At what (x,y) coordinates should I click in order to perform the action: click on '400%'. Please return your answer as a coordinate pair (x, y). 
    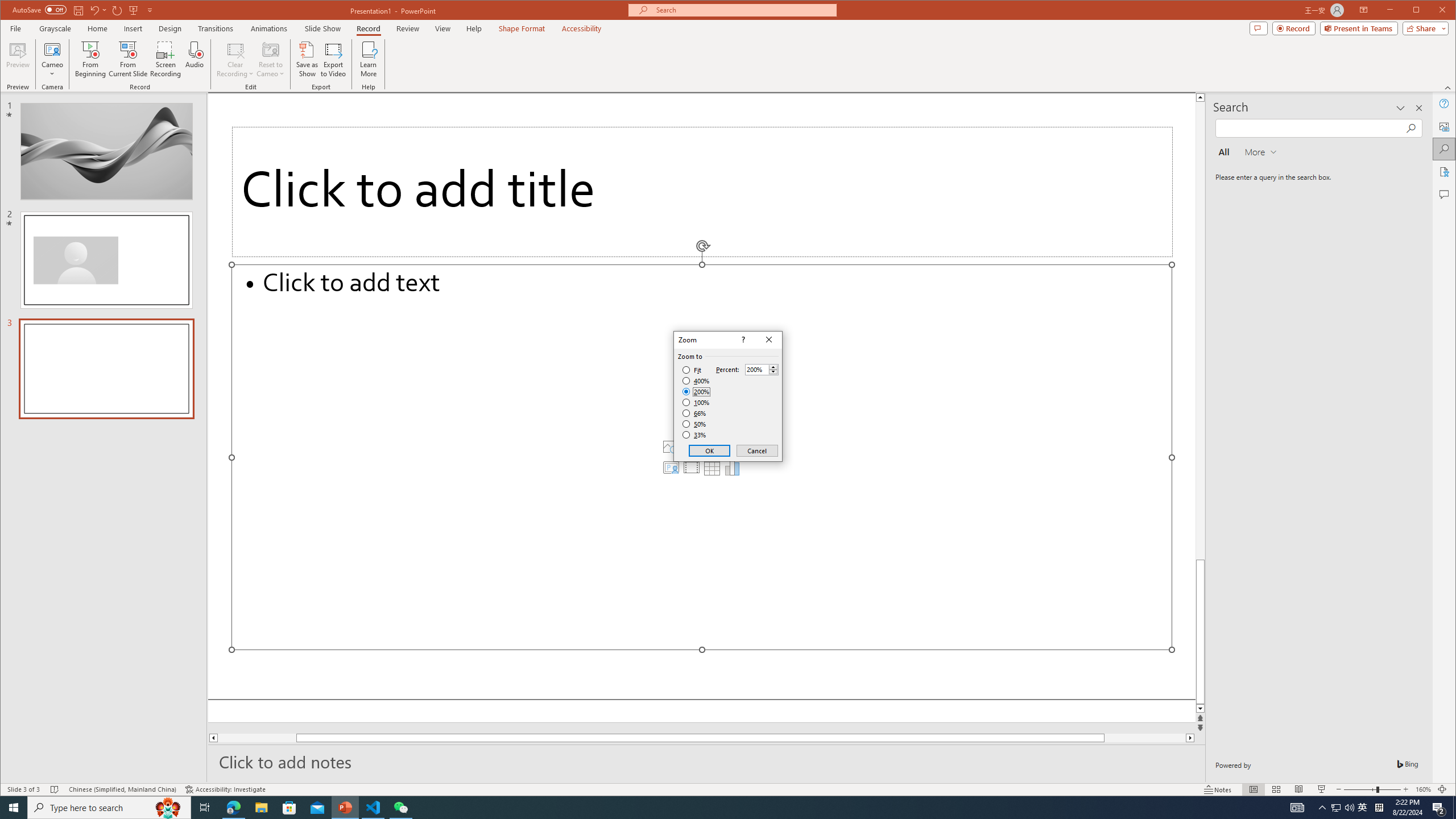
    Looking at the image, I should click on (696, 381).